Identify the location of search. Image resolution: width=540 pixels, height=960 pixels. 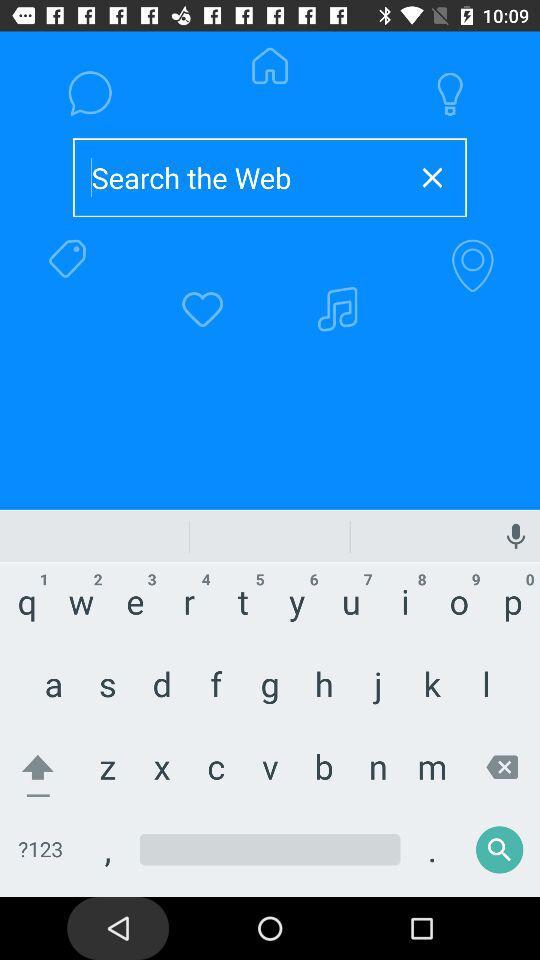
(238, 176).